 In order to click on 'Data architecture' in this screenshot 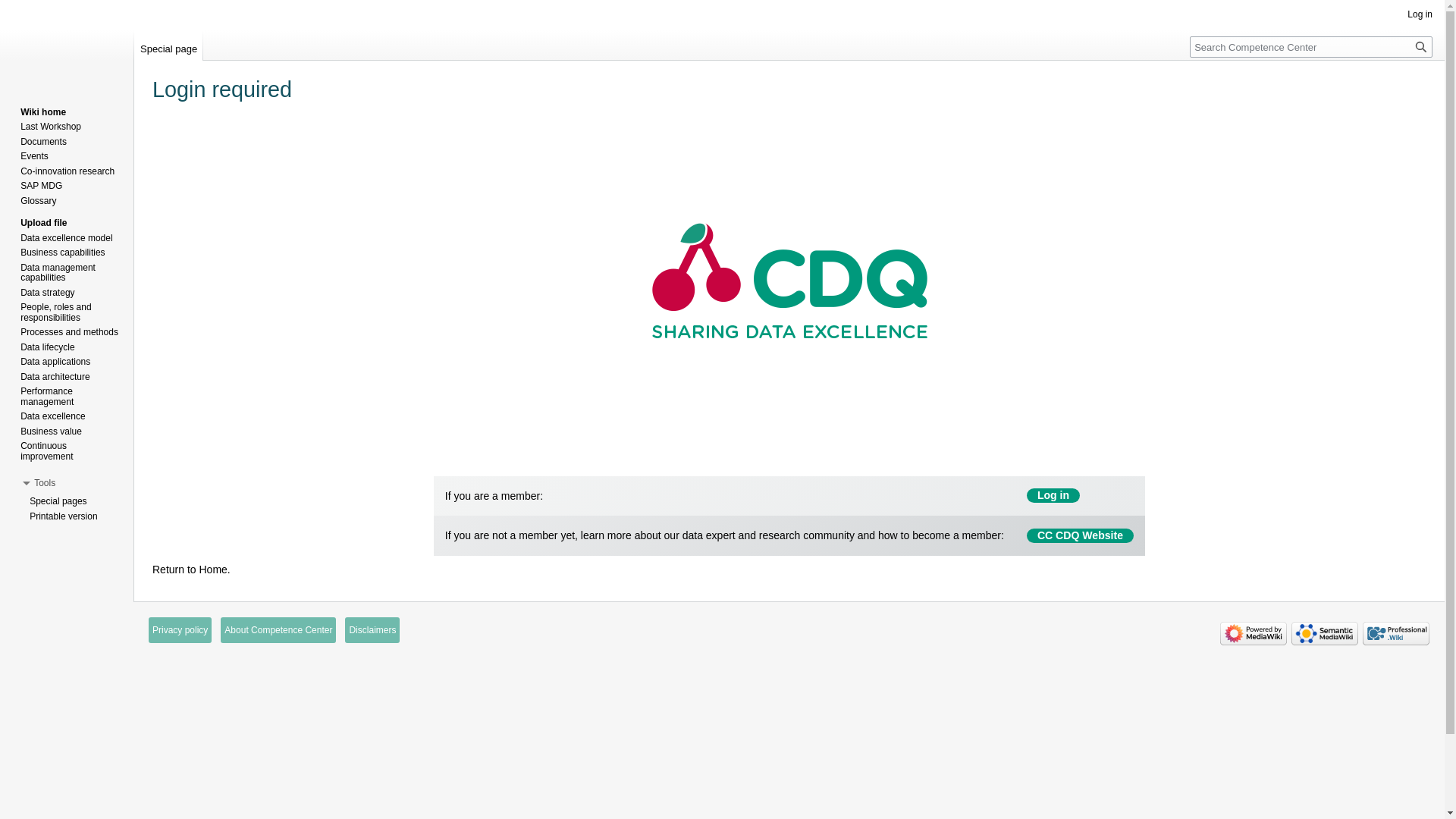, I will do `click(55, 376)`.